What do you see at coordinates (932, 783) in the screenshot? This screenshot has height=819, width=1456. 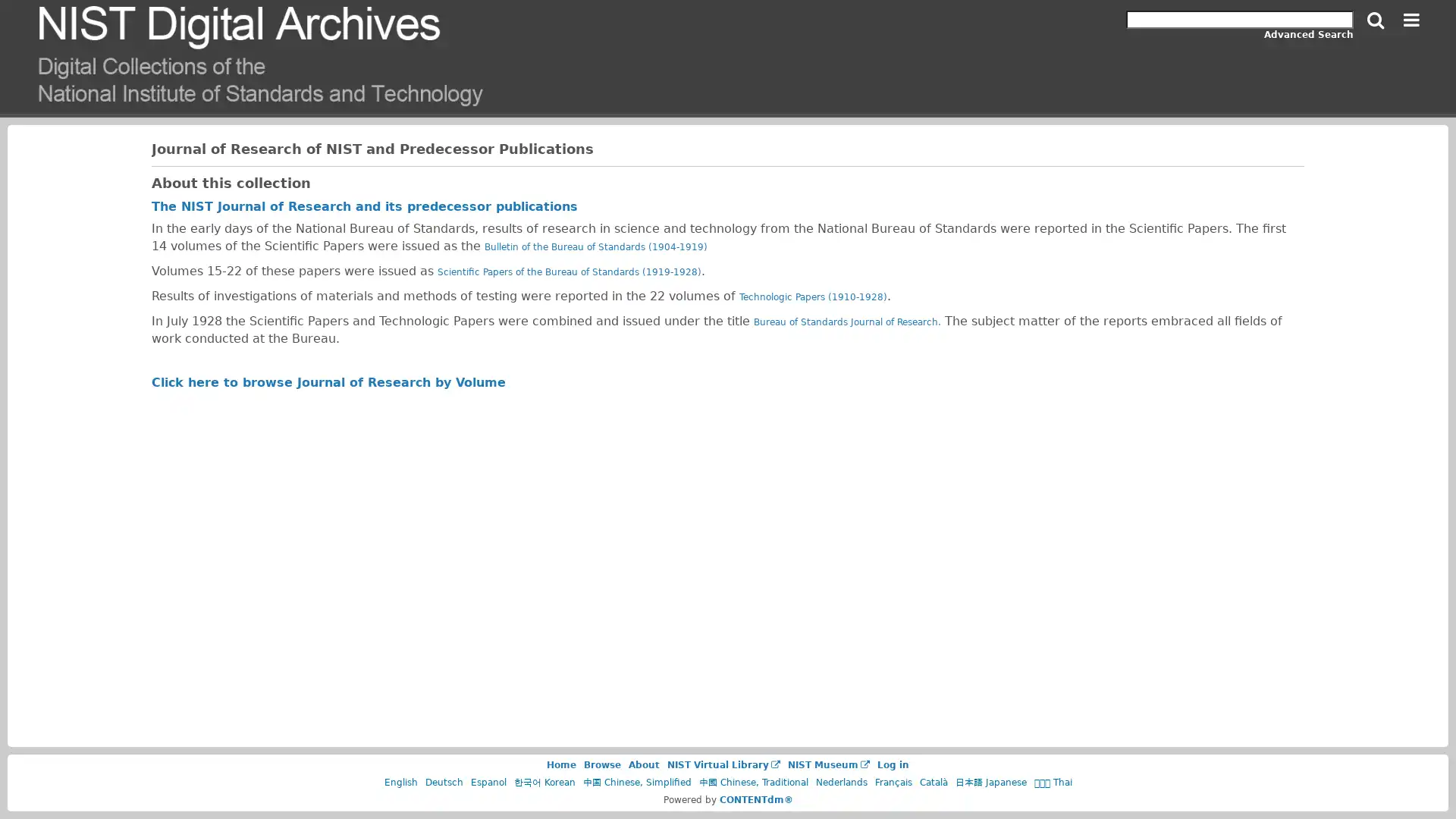 I see `Catala` at bounding box center [932, 783].